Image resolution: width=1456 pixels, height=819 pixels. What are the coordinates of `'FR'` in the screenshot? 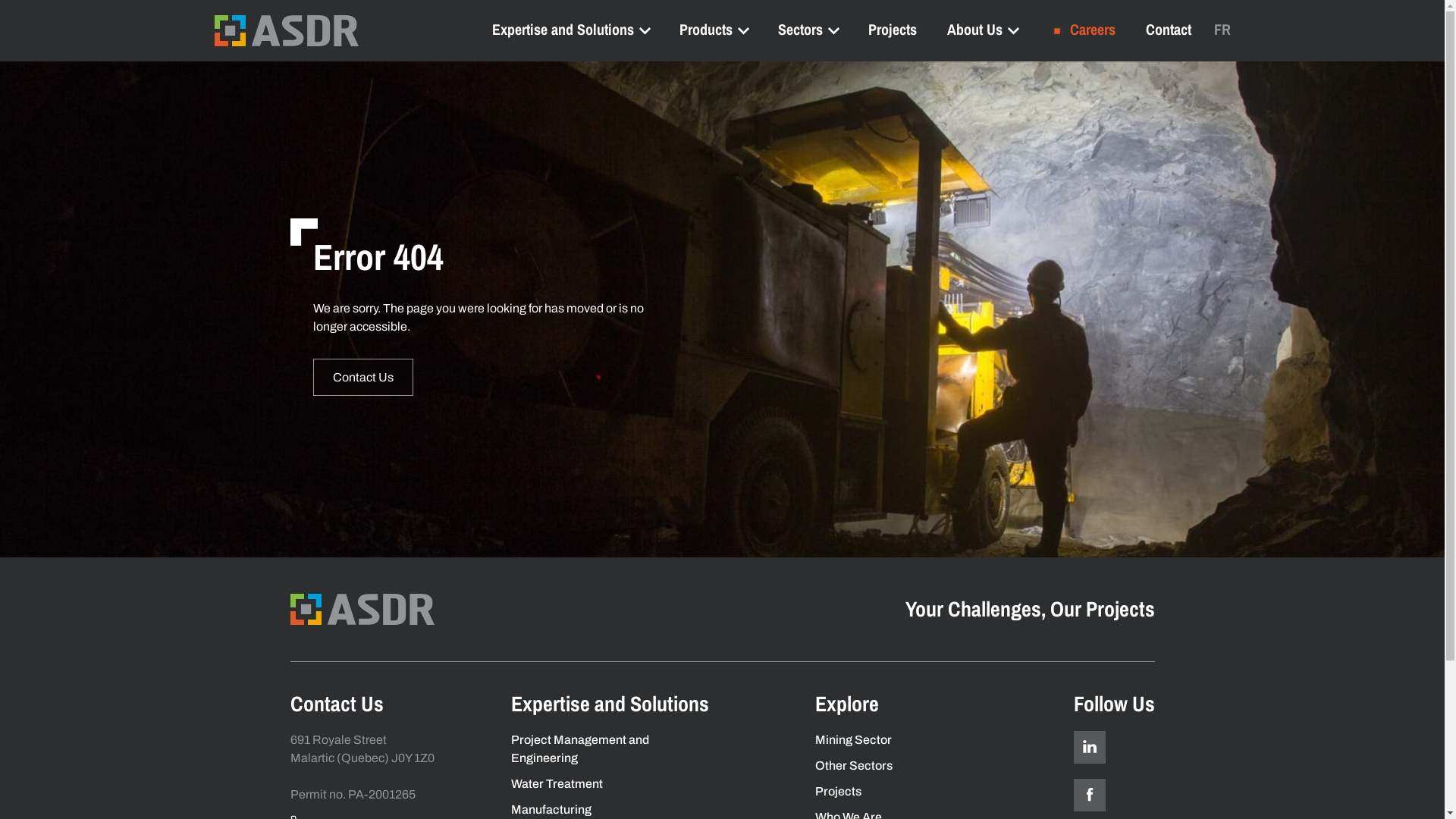 It's located at (1222, 28).